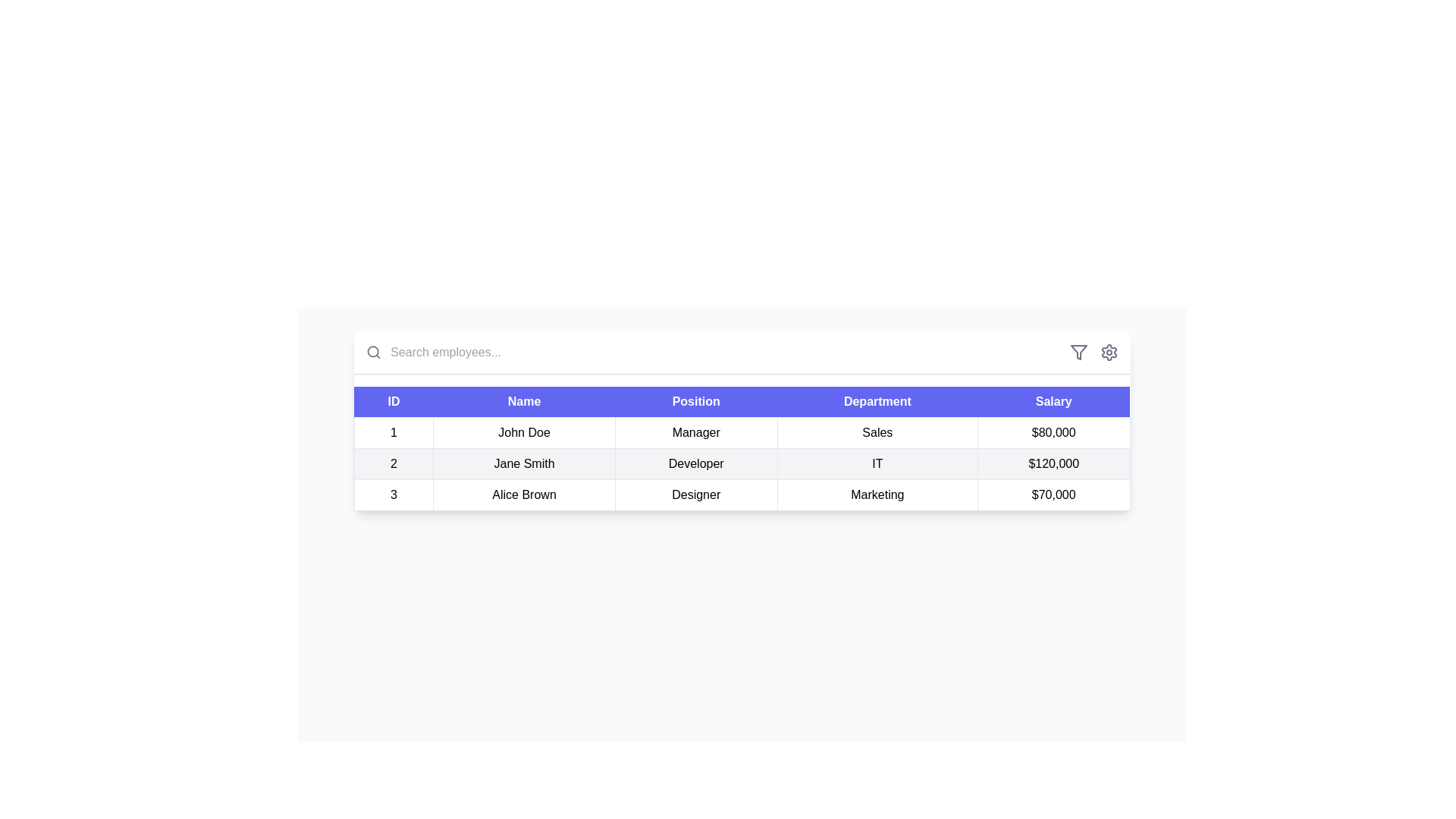  I want to click on the table cell that represents the unique ID or sequence number for the second row of the data table, located under the 'ID' header, so click(394, 463).